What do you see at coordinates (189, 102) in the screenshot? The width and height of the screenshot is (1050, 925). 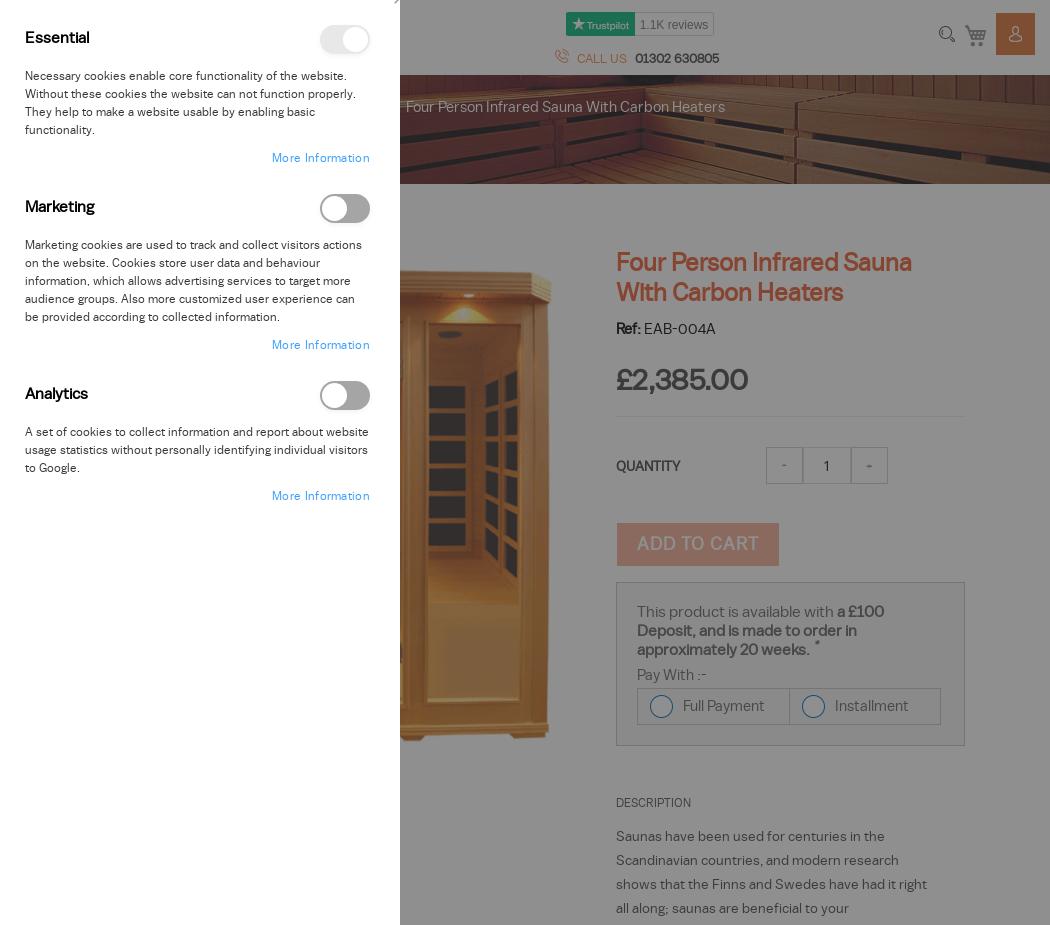 I see `'Necessary cookies enable core functionality of the website. Without these cookies the website can not function properly. They help to make a website usable by enabling basic functionality.'` at bounding box center [189, 102].